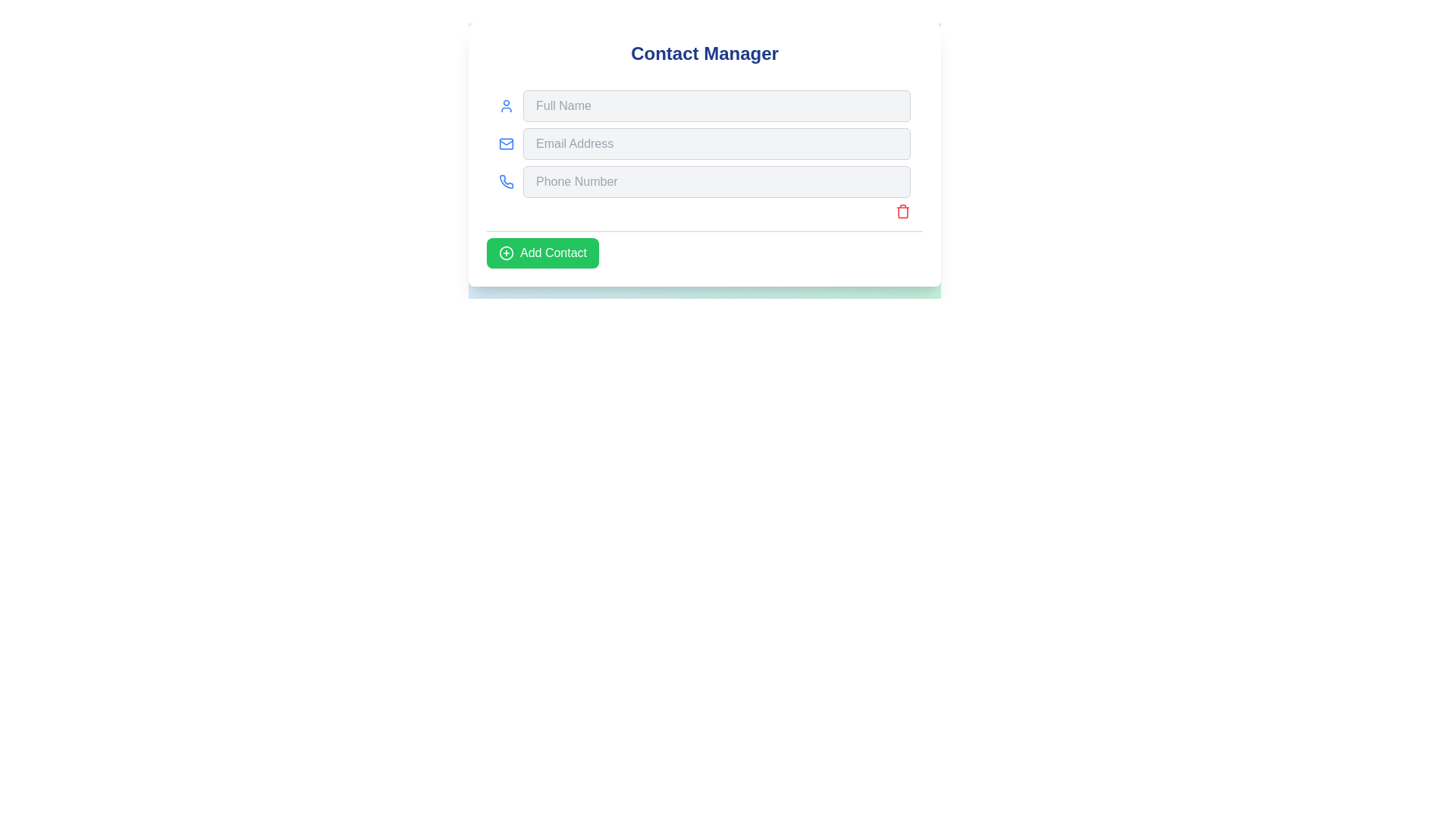 Image resolution: width=1456 pixels, height=819 pixels. What do you see at coordinates (902, 212) in the screenshot?
I see `the main body of the trash can icon used for the delete function in the contact manager interface, which is part of the delete icon positioned to the far right of the phone number input field` at bounding box center [902, 212].